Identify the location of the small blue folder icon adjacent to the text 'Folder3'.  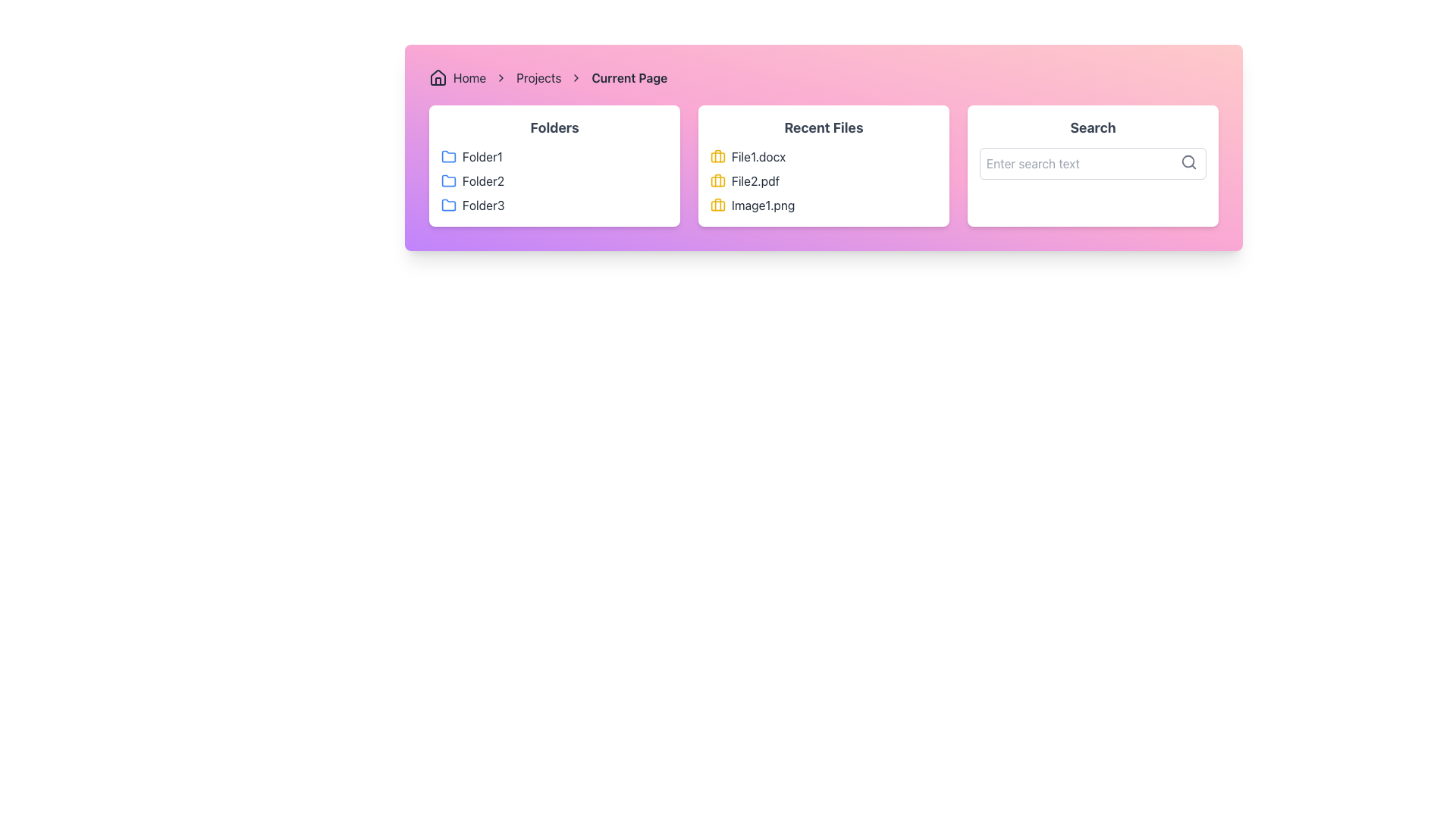
(447, 205).